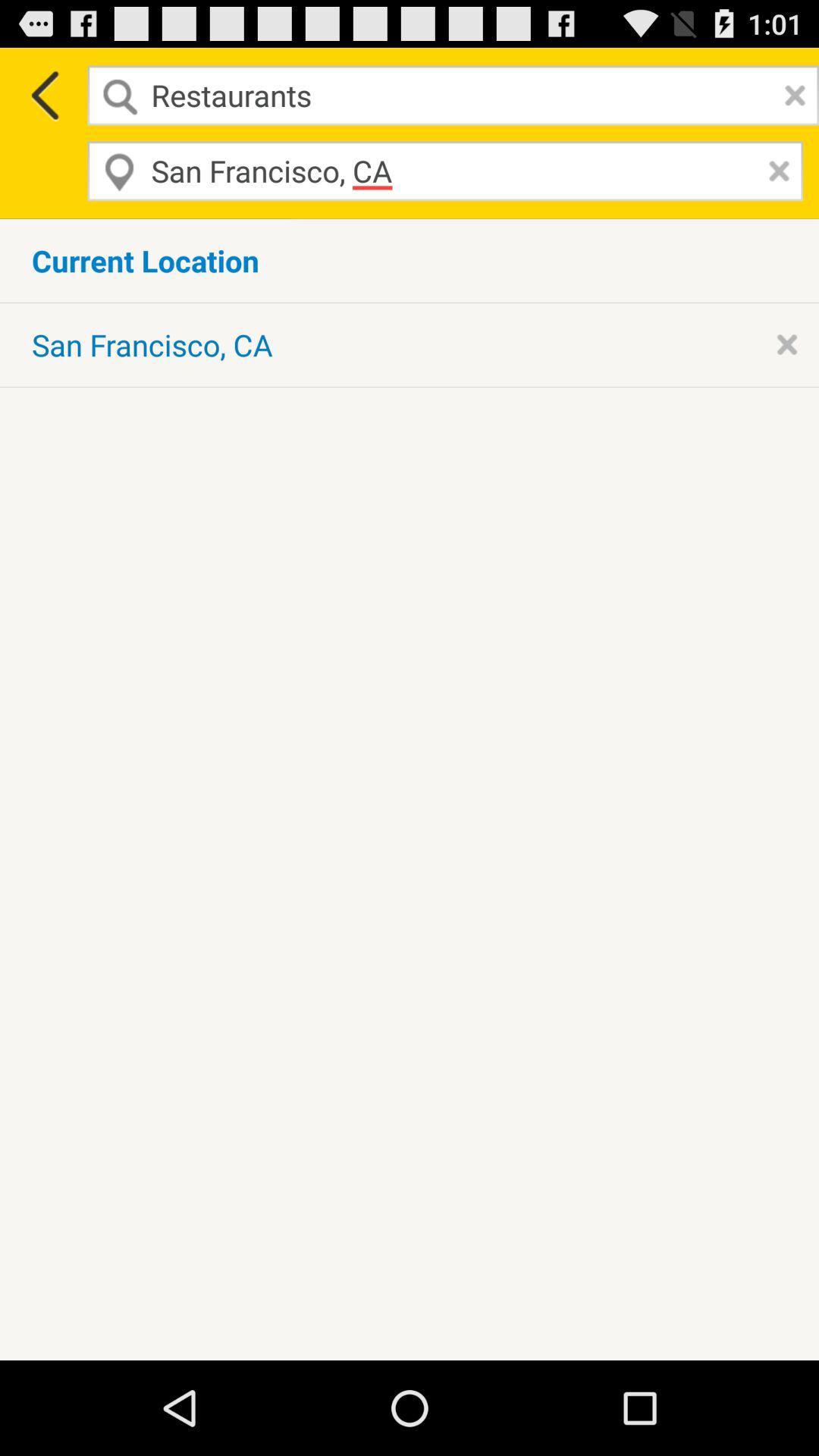  I want to click on the close icon, so click(775, 182).